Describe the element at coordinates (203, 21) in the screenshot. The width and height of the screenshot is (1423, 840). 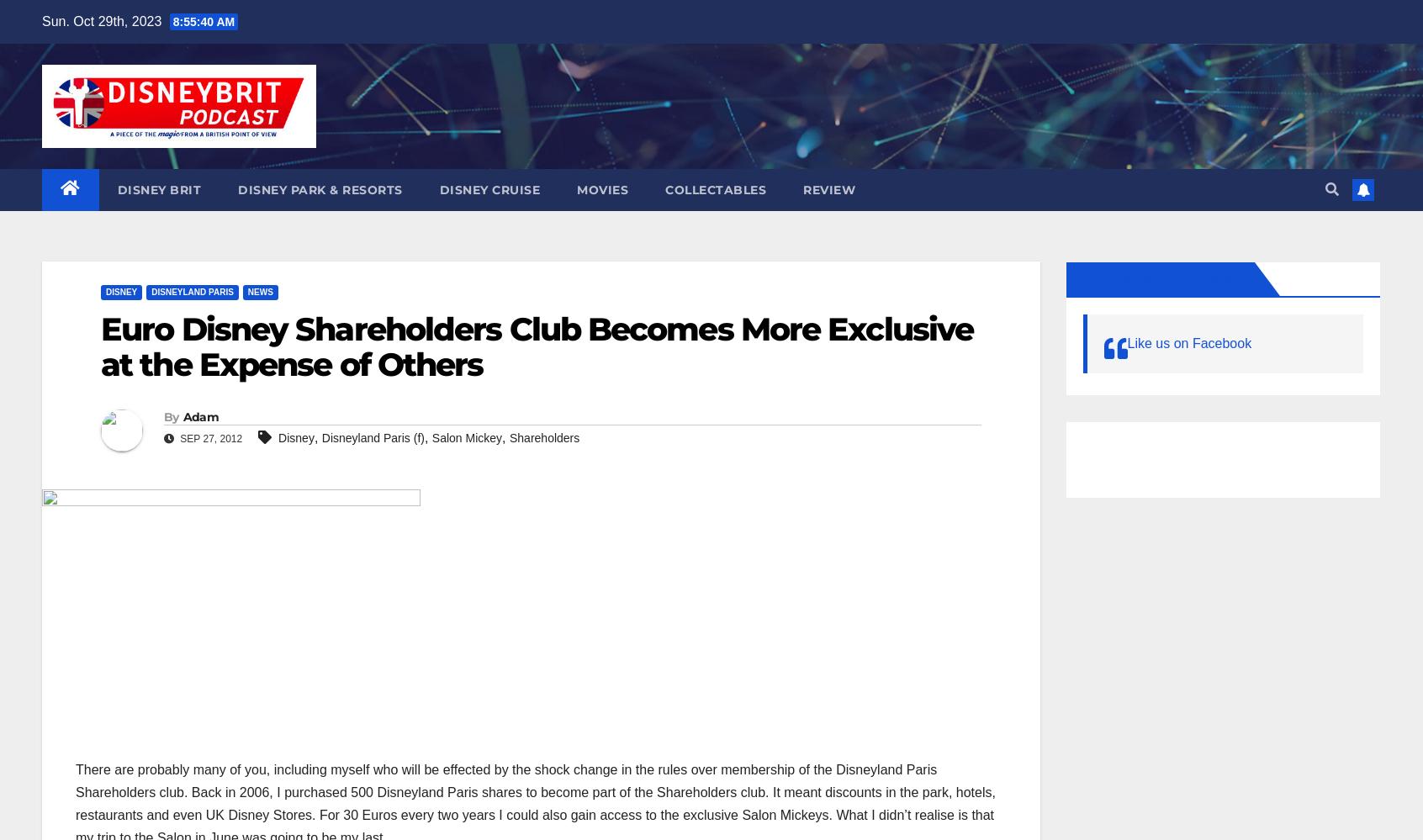
I see `'8:55:41 AM'` at that location.